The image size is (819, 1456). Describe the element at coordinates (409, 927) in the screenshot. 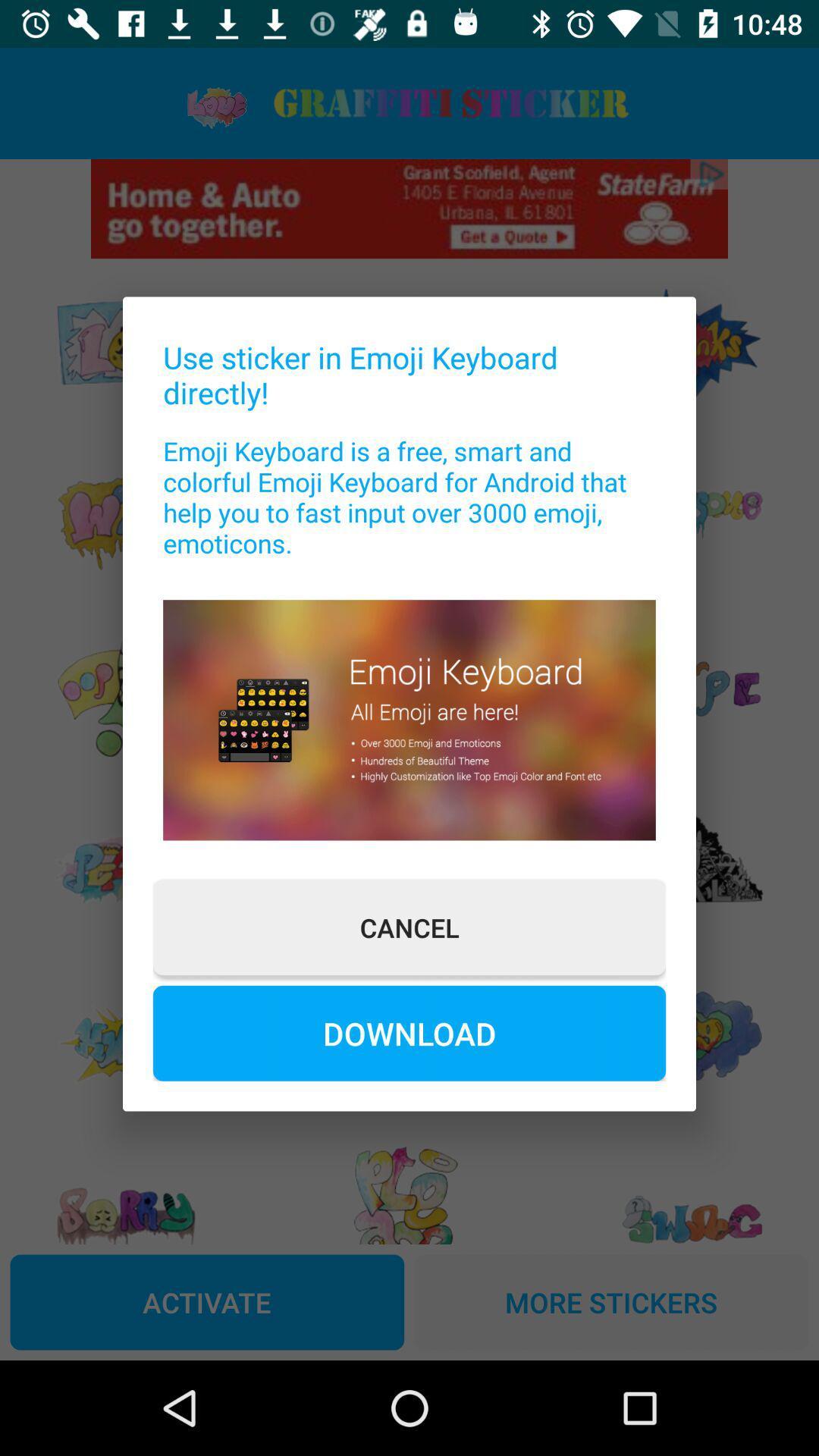

I see `cancel button` at that location.